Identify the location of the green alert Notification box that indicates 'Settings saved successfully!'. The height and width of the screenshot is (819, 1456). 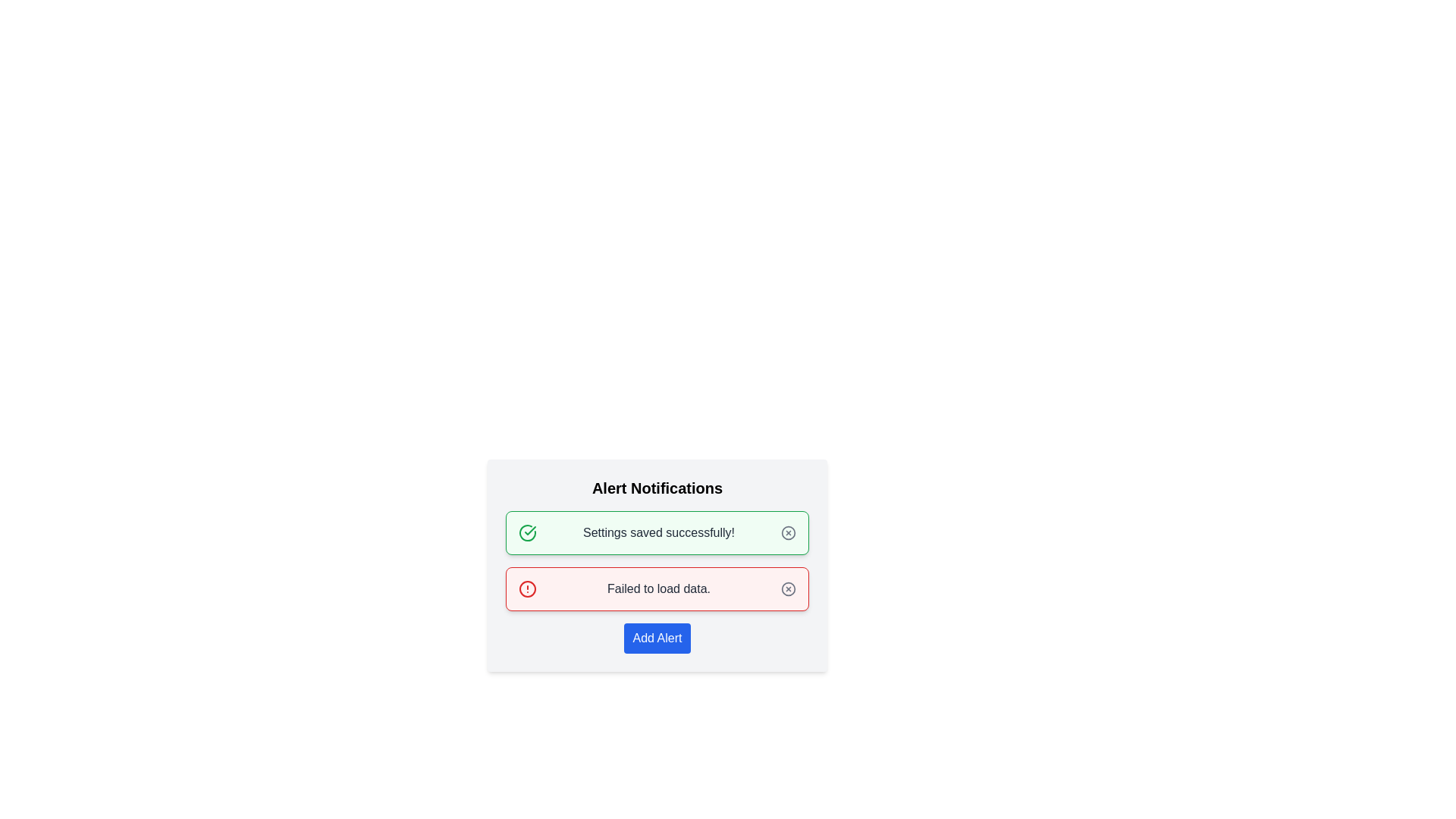
(657, 532).